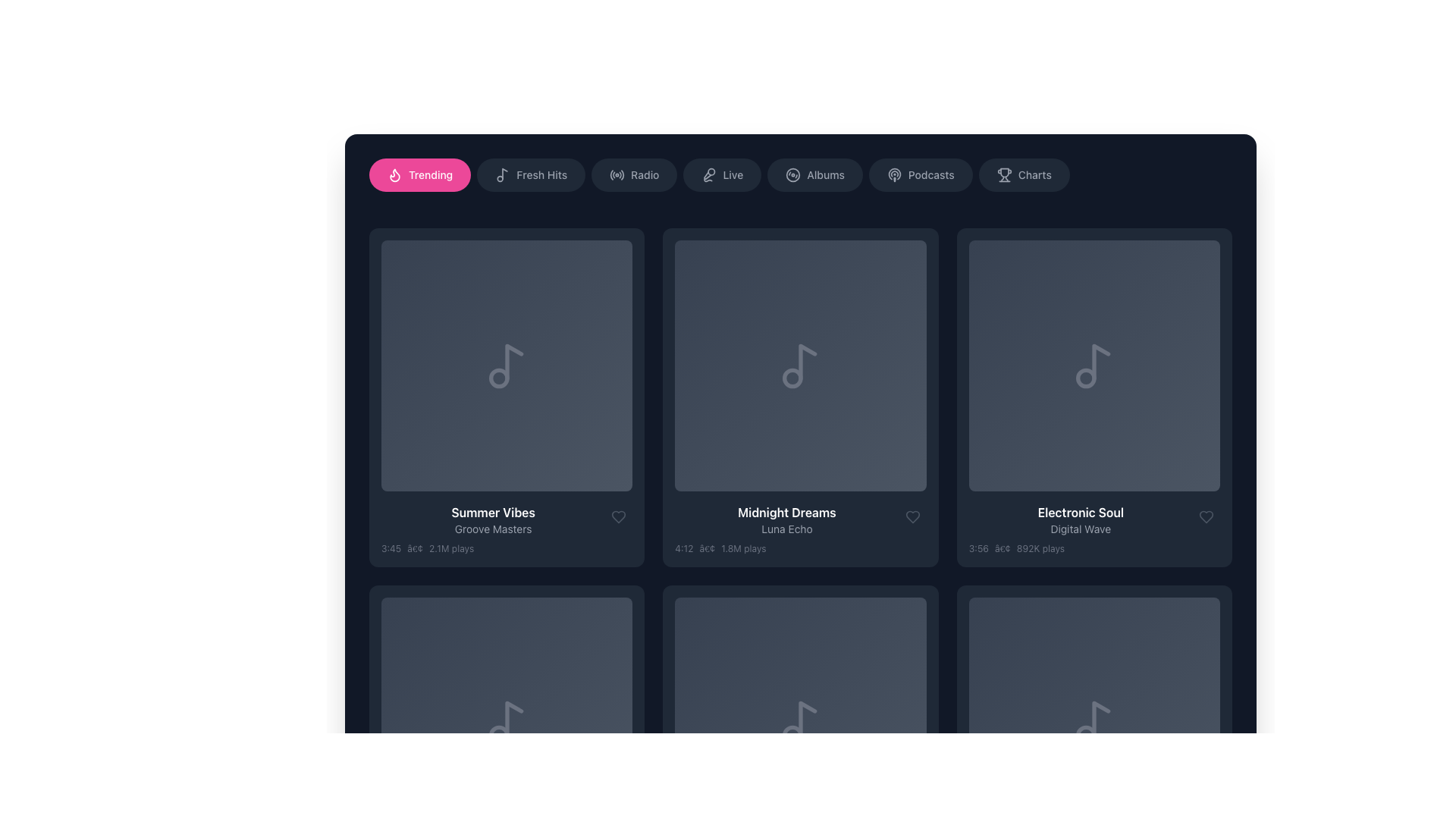 The width and height of the screenshot is (1456, 819). I want to click on the Interactive Card labeled 'Summer Vibes' which is the first card in the top-left corner of the grid layout, so click(507, 397).